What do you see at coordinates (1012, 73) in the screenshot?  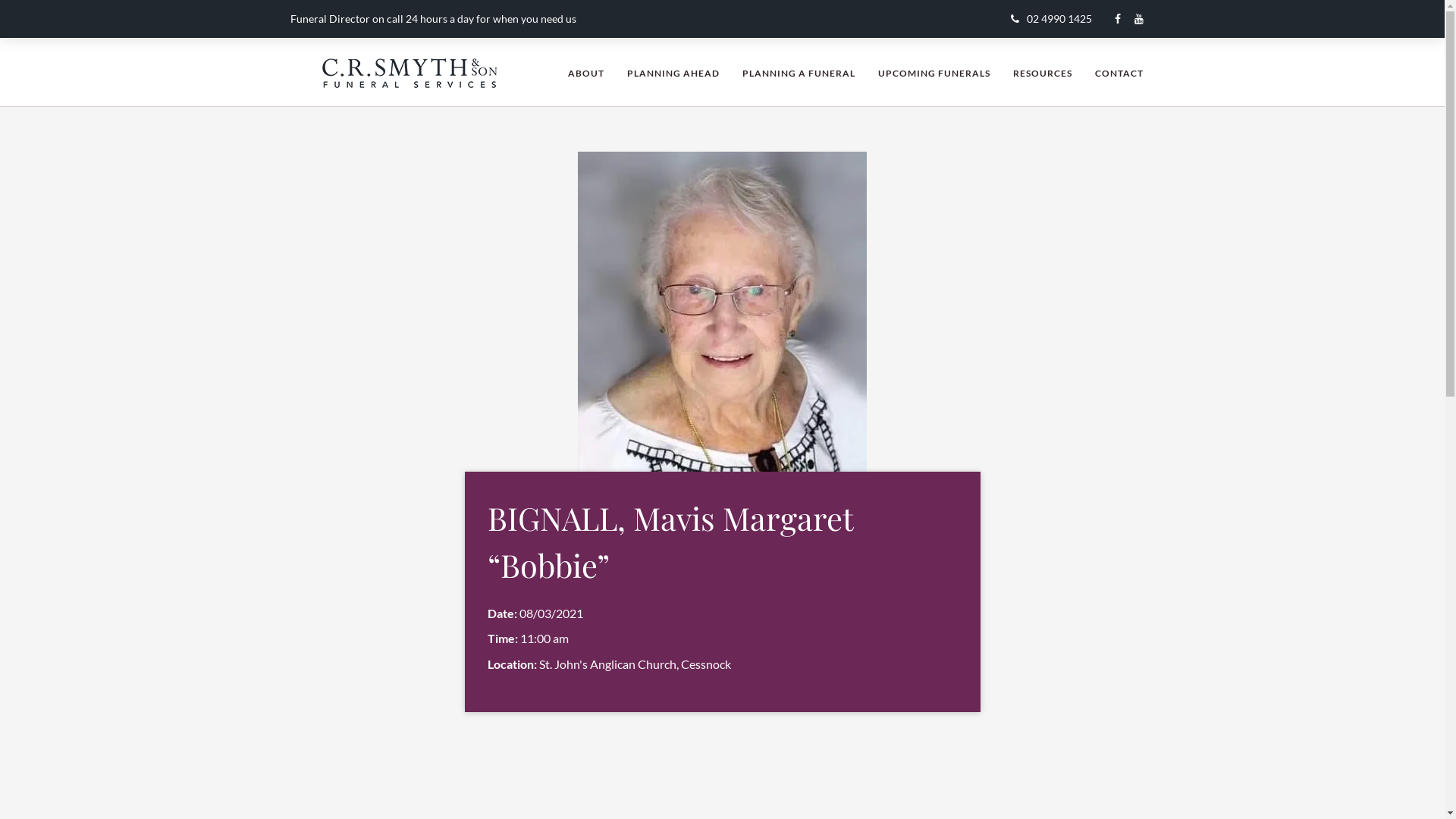 I see `'RESOURCES'` at bounding box center [1012, 73].